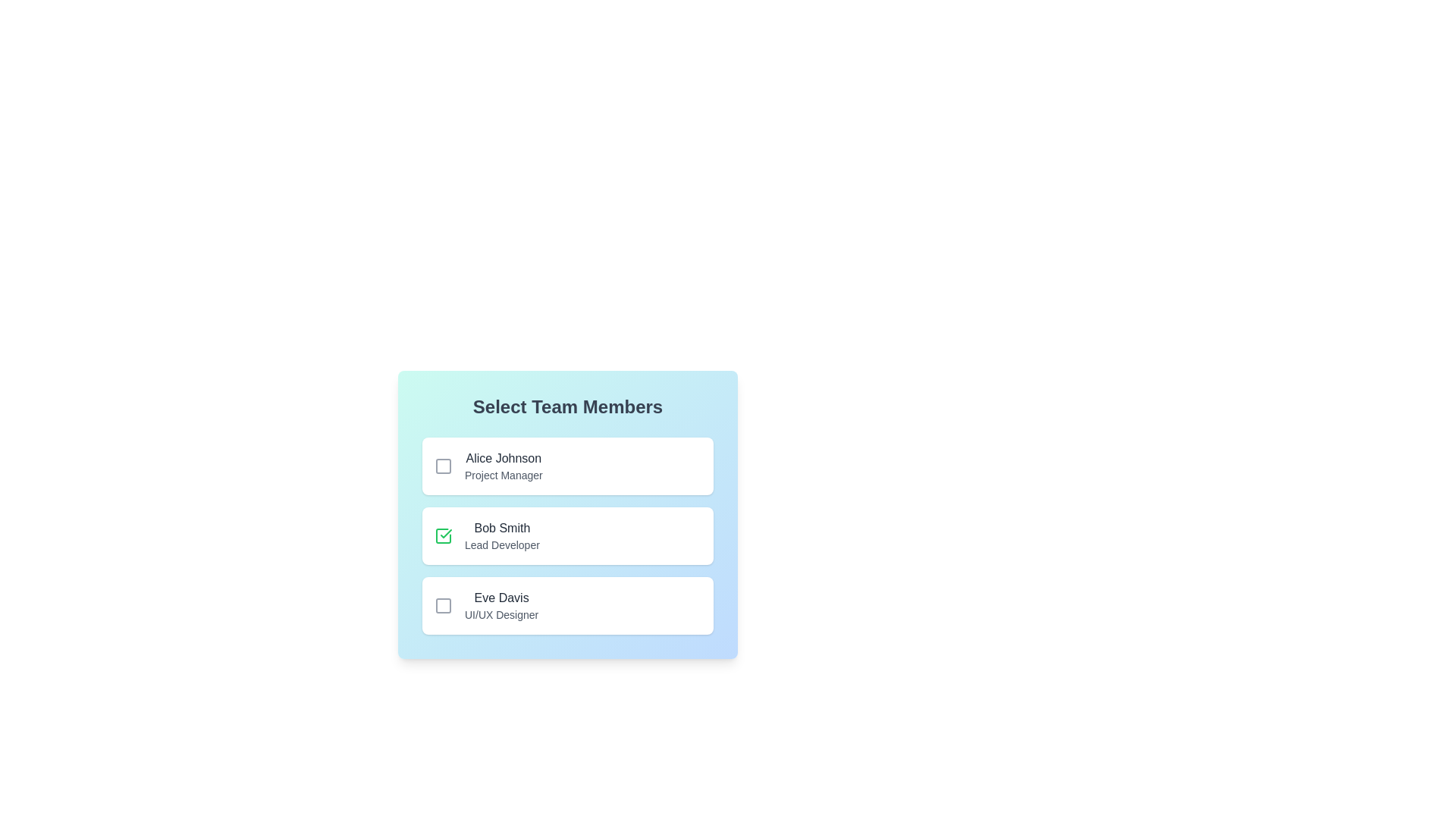 Image resolution: width=1456 pixels, height=819 pixels. I want to click on the text block labeled 'Alice Johnson' which displays 'Project Manager' underneath, positioned in the first row of the team members list, so click(504, 465).